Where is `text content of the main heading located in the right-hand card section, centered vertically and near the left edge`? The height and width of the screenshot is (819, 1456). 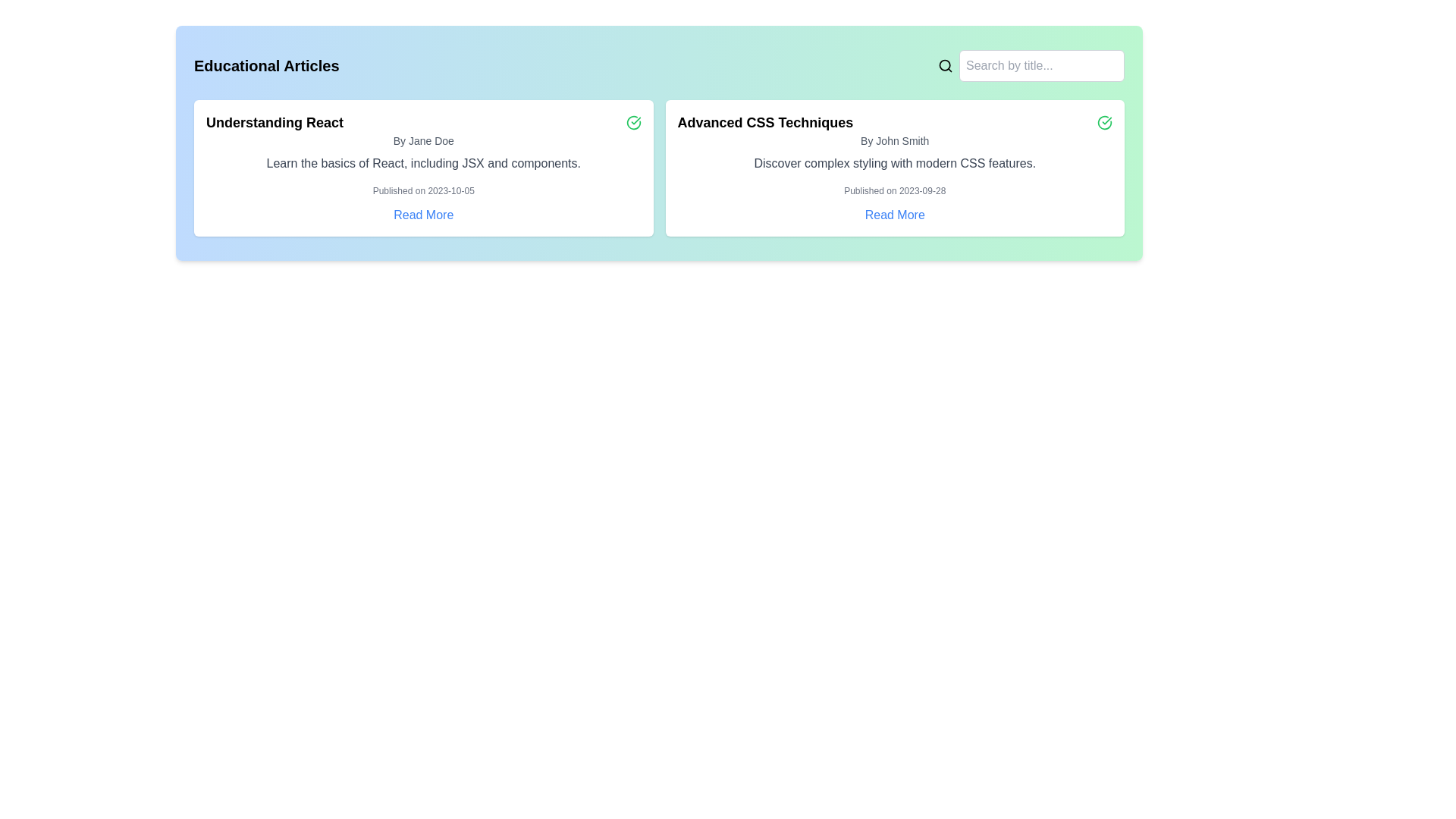
text content of the main heading located in the right-hand card section, centered vertically and near the left edge is located at coordinates (765, 122).